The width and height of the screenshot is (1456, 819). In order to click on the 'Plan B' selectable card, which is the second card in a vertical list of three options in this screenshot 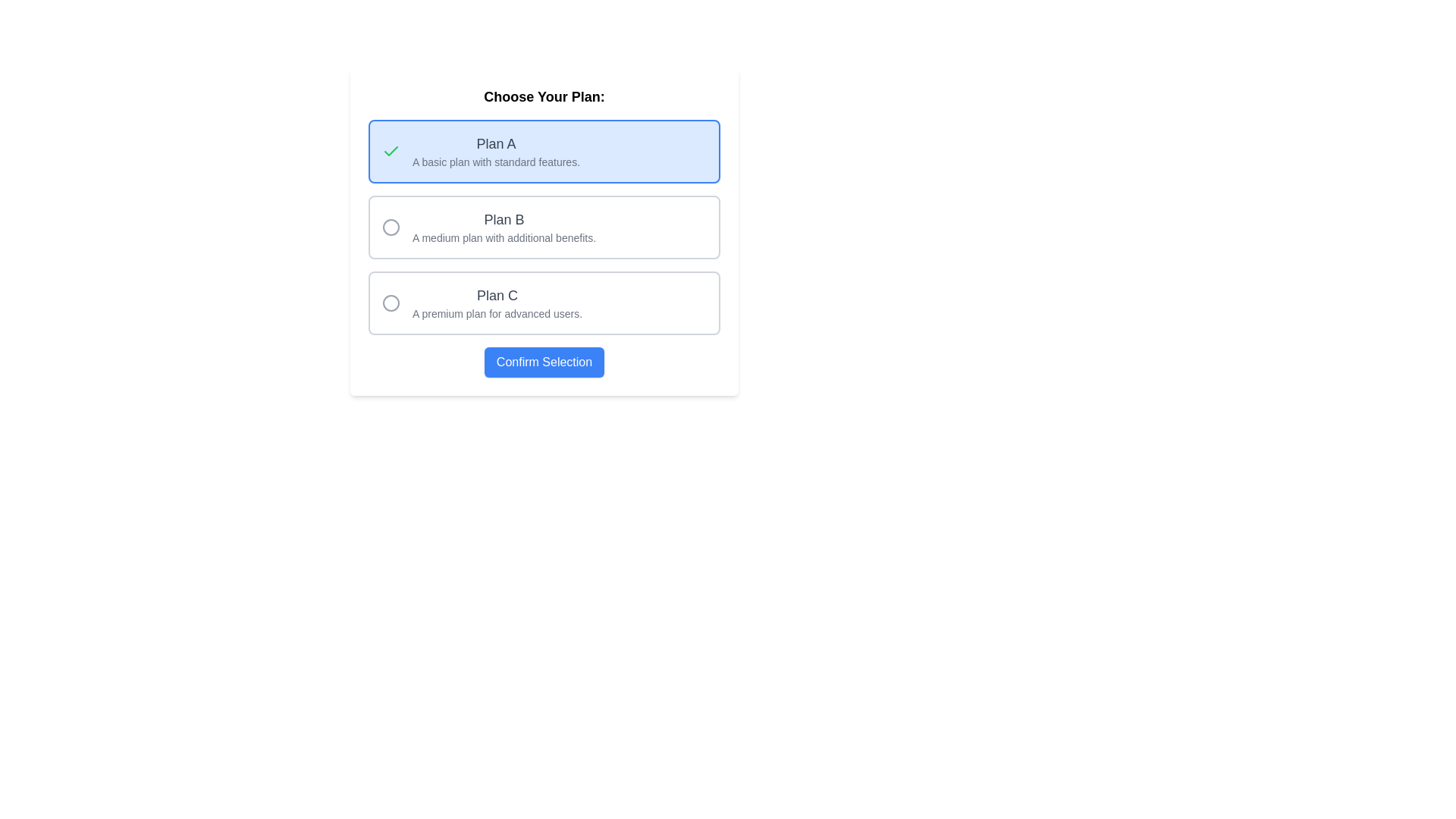, I will do `click(544, 227)`.